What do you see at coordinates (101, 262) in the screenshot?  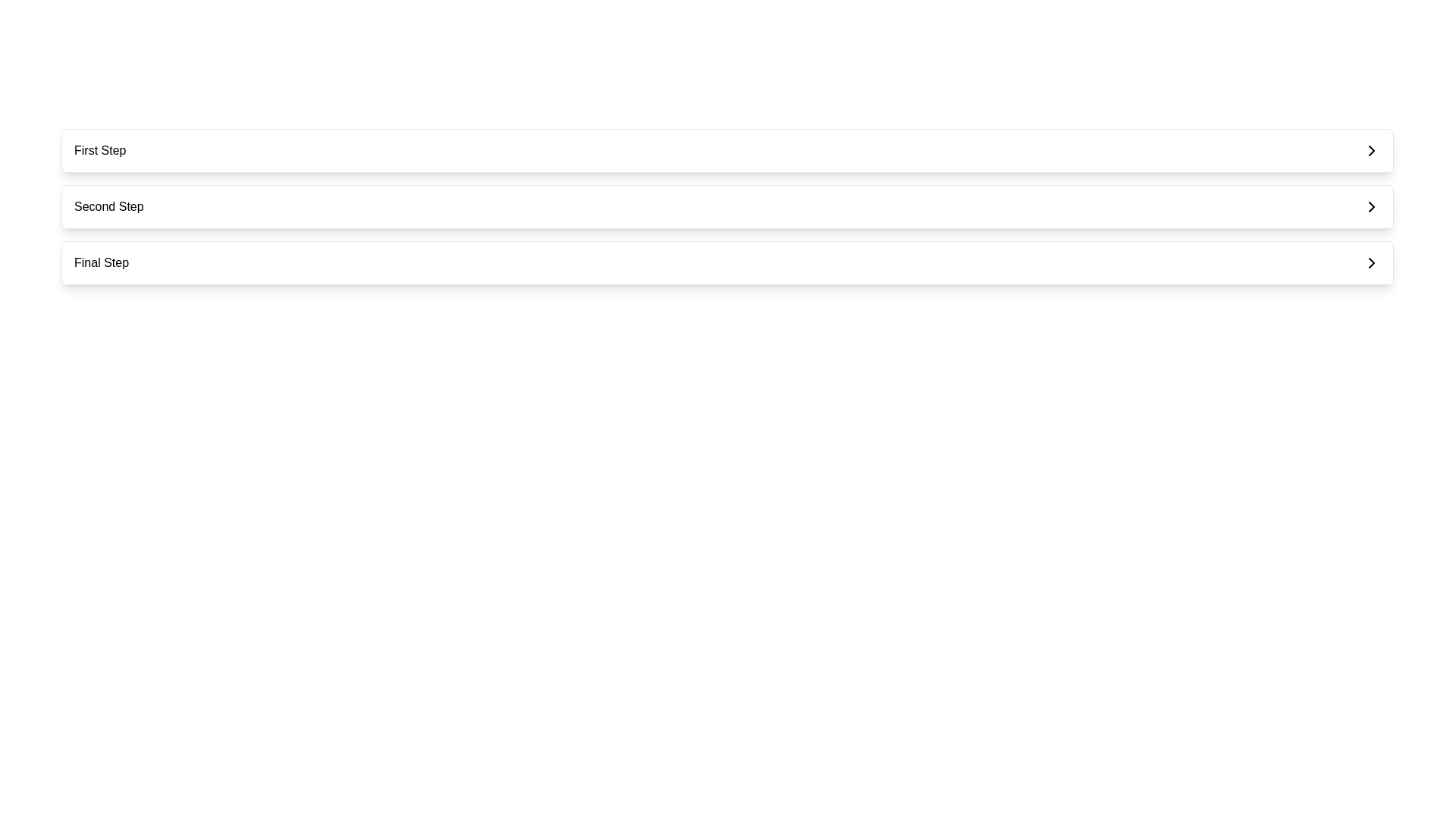 I see `the 'Final Step' text label located in the third card of a vertically stacked list, which indicates the last step in a sequential process` at bounding box center [101, 262].